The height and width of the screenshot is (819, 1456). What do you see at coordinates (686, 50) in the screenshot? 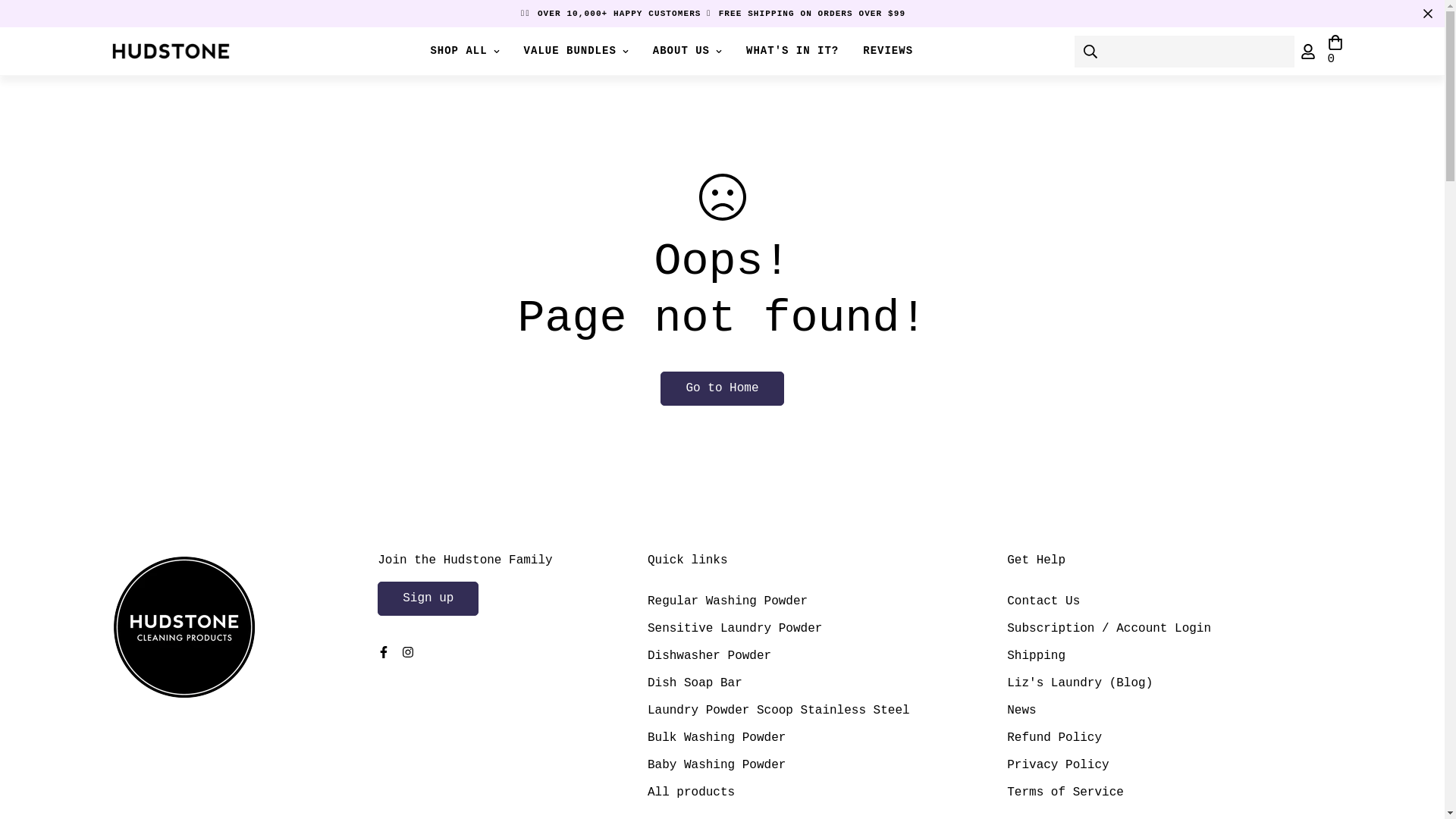
I see `'ABOUT US'` at bounding box center [686, 50].